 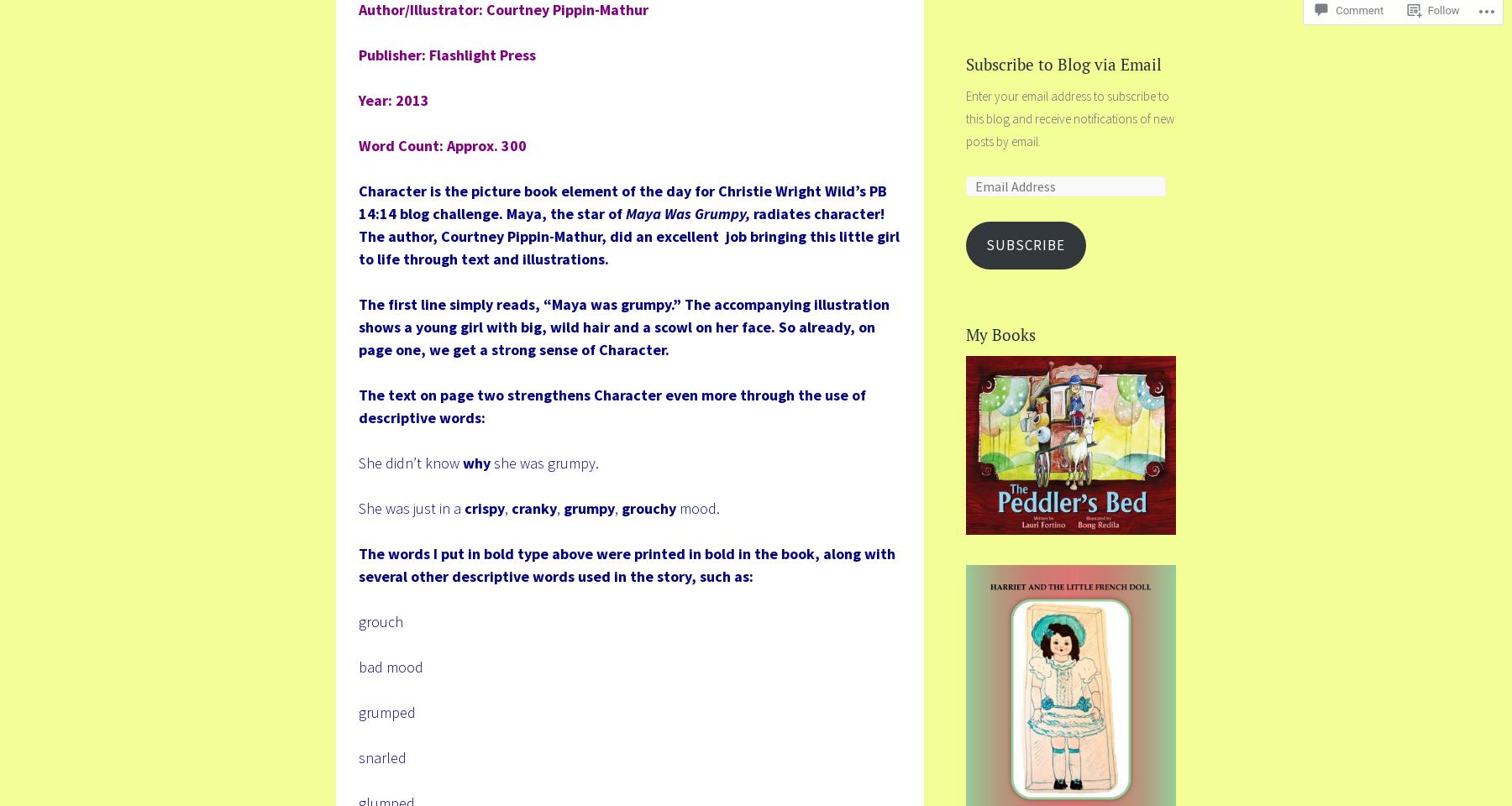 I want to click on 'why', so click(x=476, y=462).